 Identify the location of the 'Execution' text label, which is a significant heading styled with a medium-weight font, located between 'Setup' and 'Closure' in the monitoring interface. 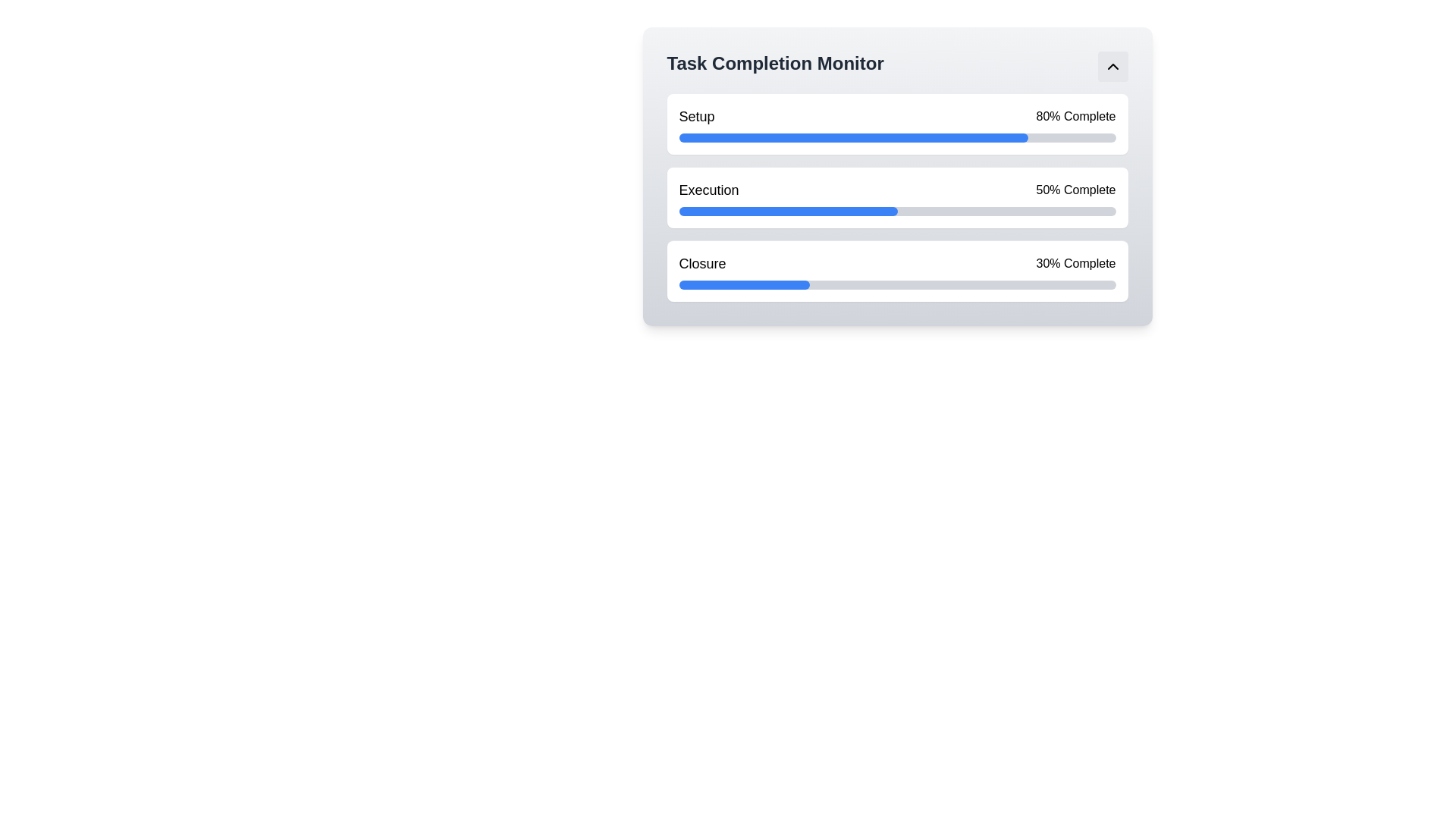
(708, 189).